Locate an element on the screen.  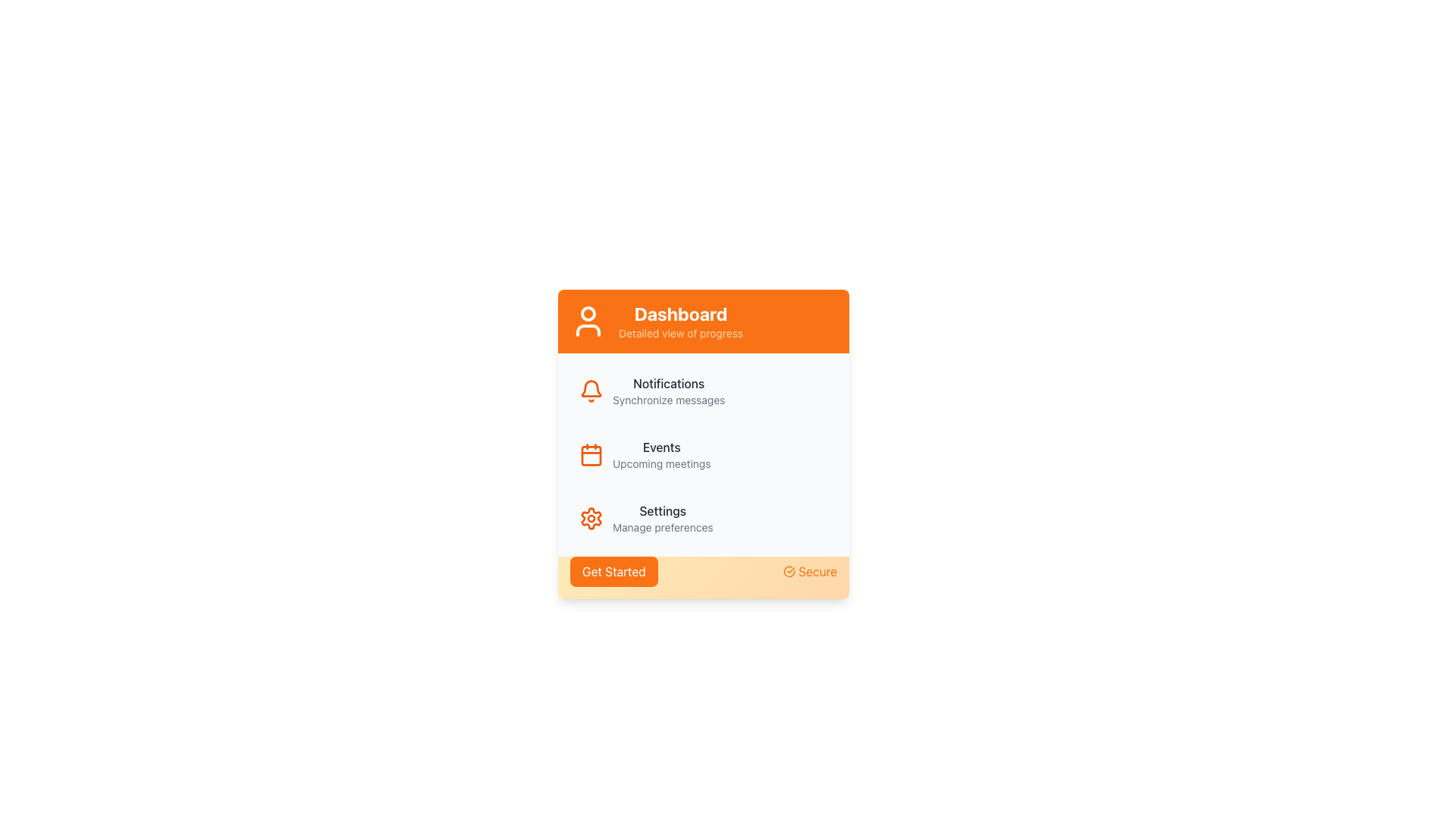
title 'Dashboard' and subtitle 'Detailed view of progress' from the Header area, which has an orange background and is located at the top of the panel is located at coordinates (702, 321).